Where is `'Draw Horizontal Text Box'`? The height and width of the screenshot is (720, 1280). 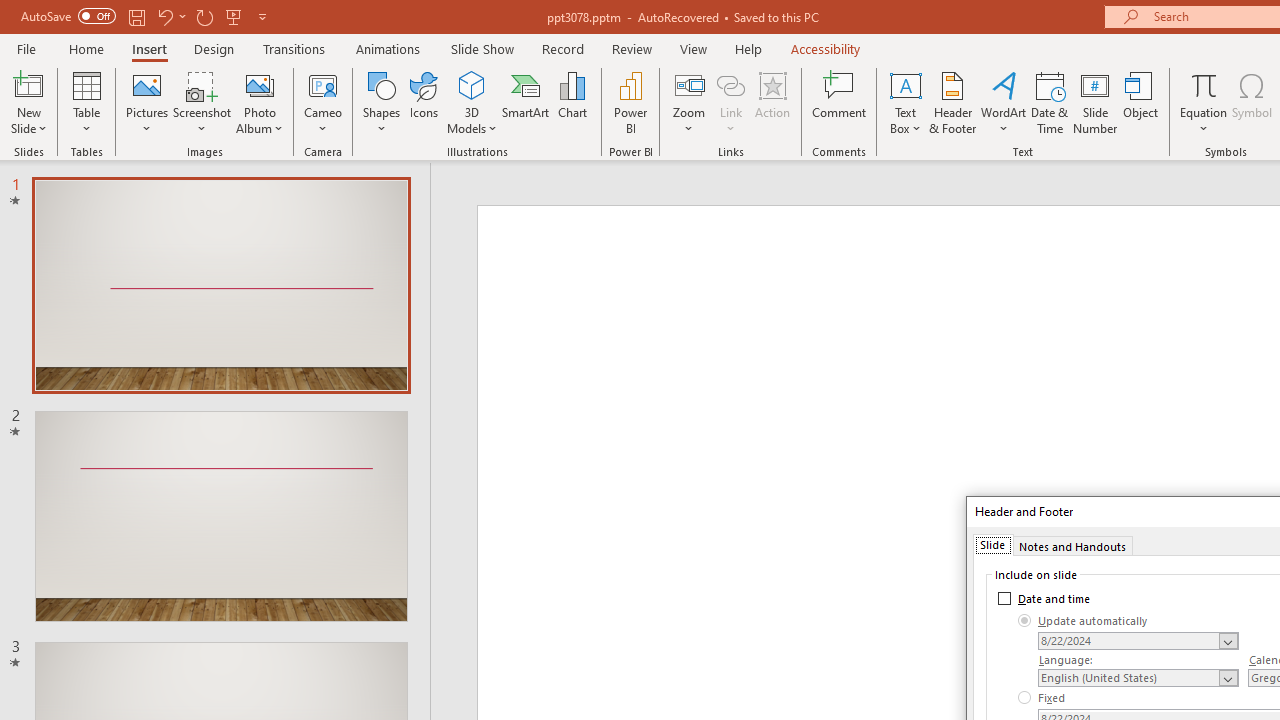
'Draw Horizontal Text Box' is located at coordinates (904, 84).